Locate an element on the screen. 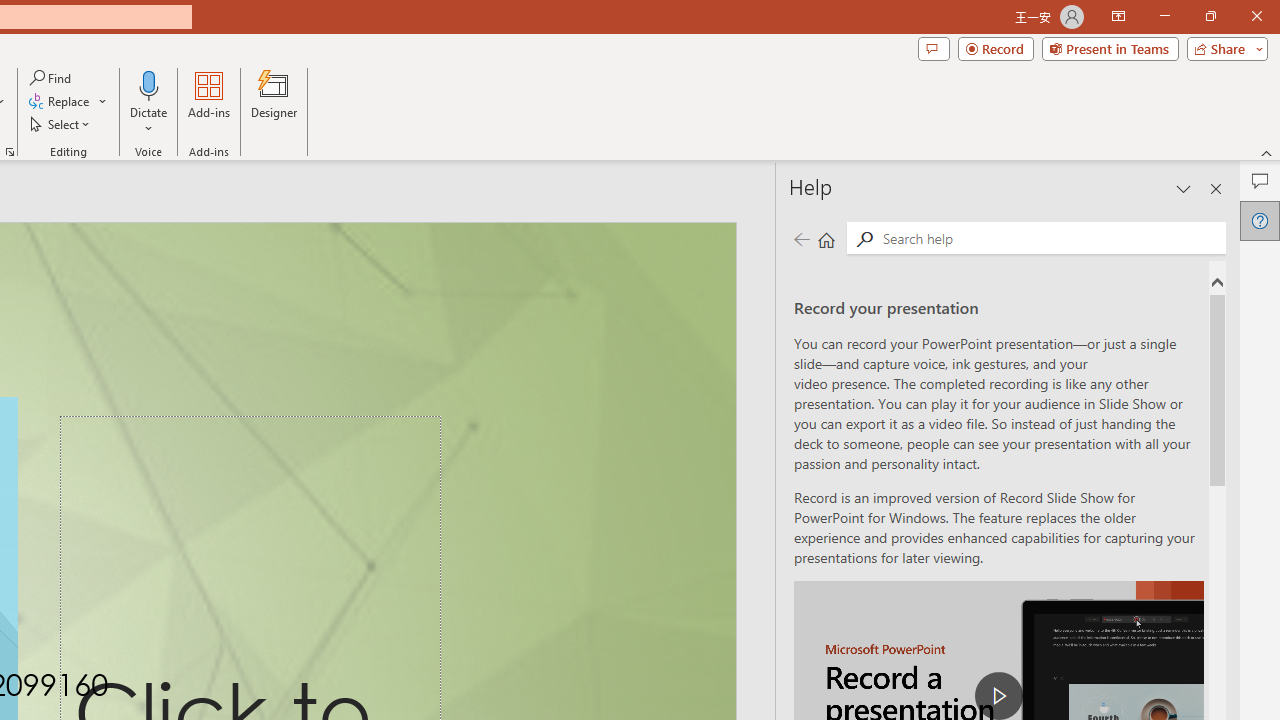  'Previous page' is located at coordinates (801, 238).